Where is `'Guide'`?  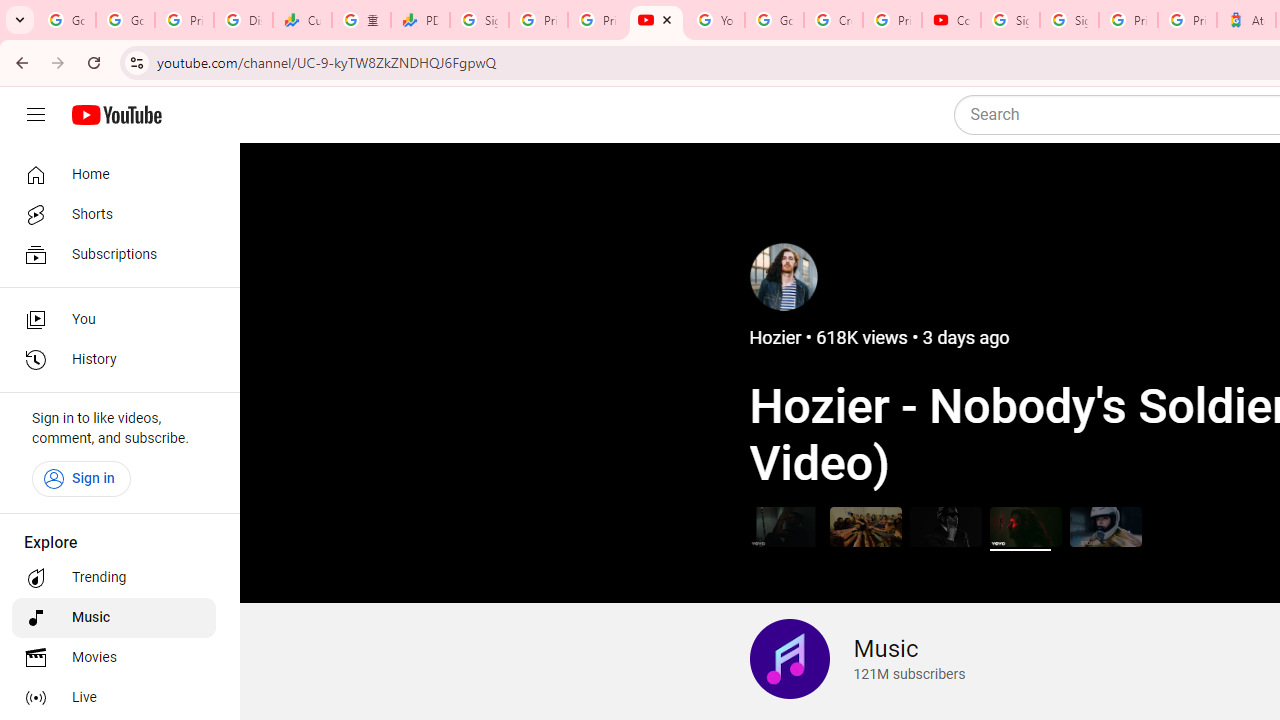
'Guide' is located at coordinates (35, 115).